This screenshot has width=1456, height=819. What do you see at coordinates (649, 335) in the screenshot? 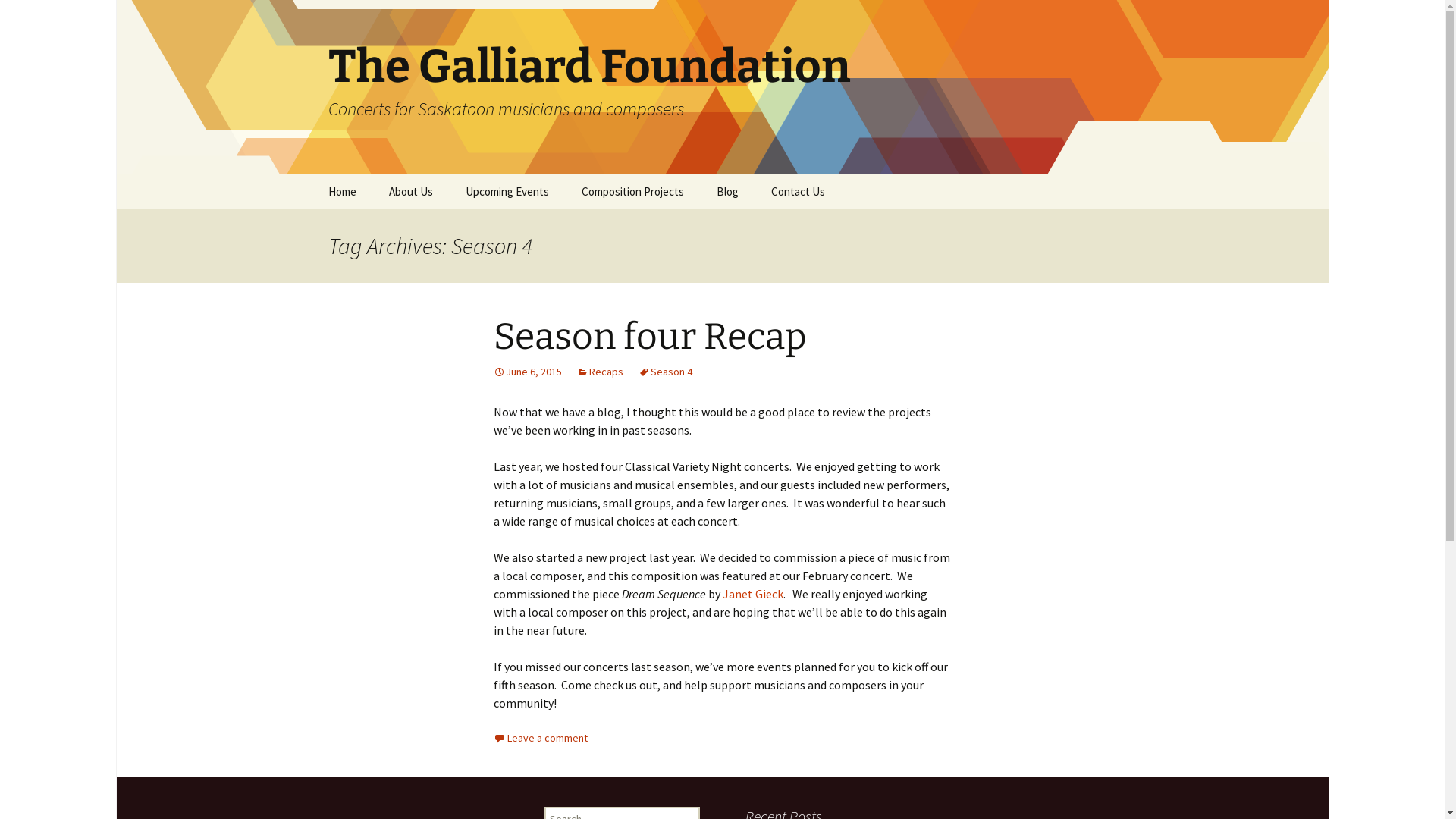
I see `'Season four Recap'` at bounding box center [649, 335].